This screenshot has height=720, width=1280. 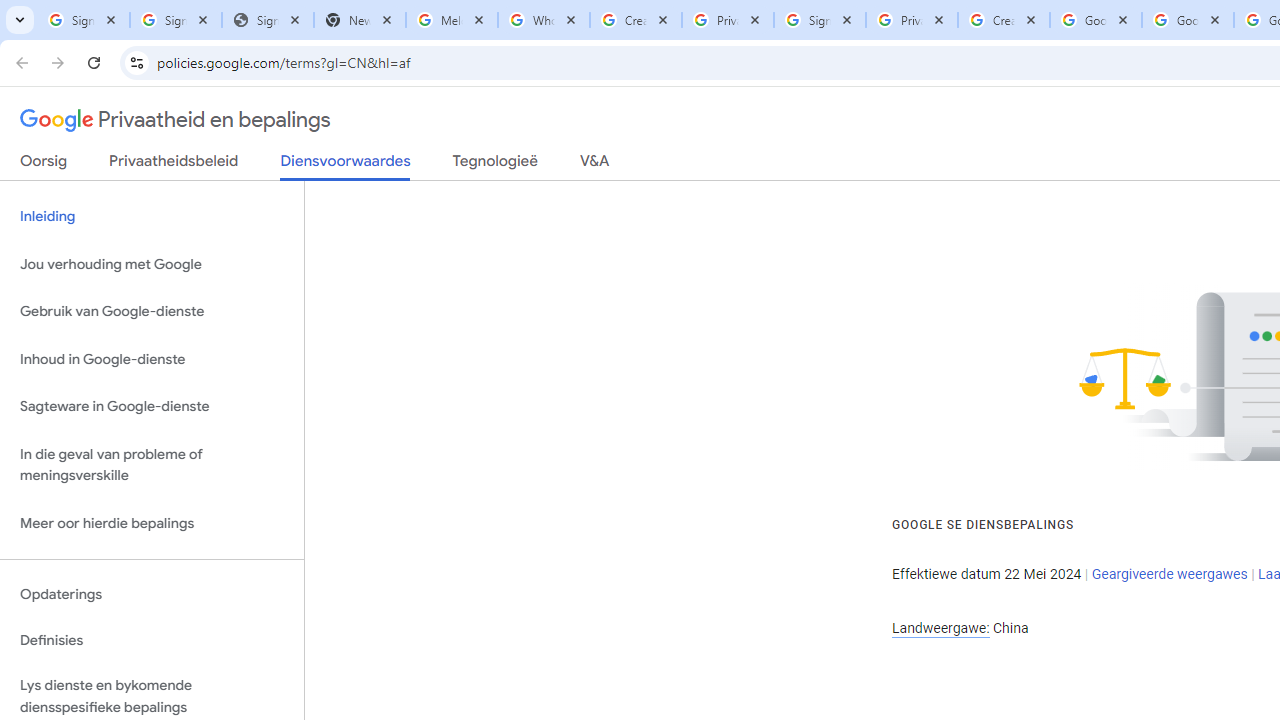 What do you see at coordinates (593, 164) in the screenshot?
I see `'V&A'` at bounding box center [593, 164].